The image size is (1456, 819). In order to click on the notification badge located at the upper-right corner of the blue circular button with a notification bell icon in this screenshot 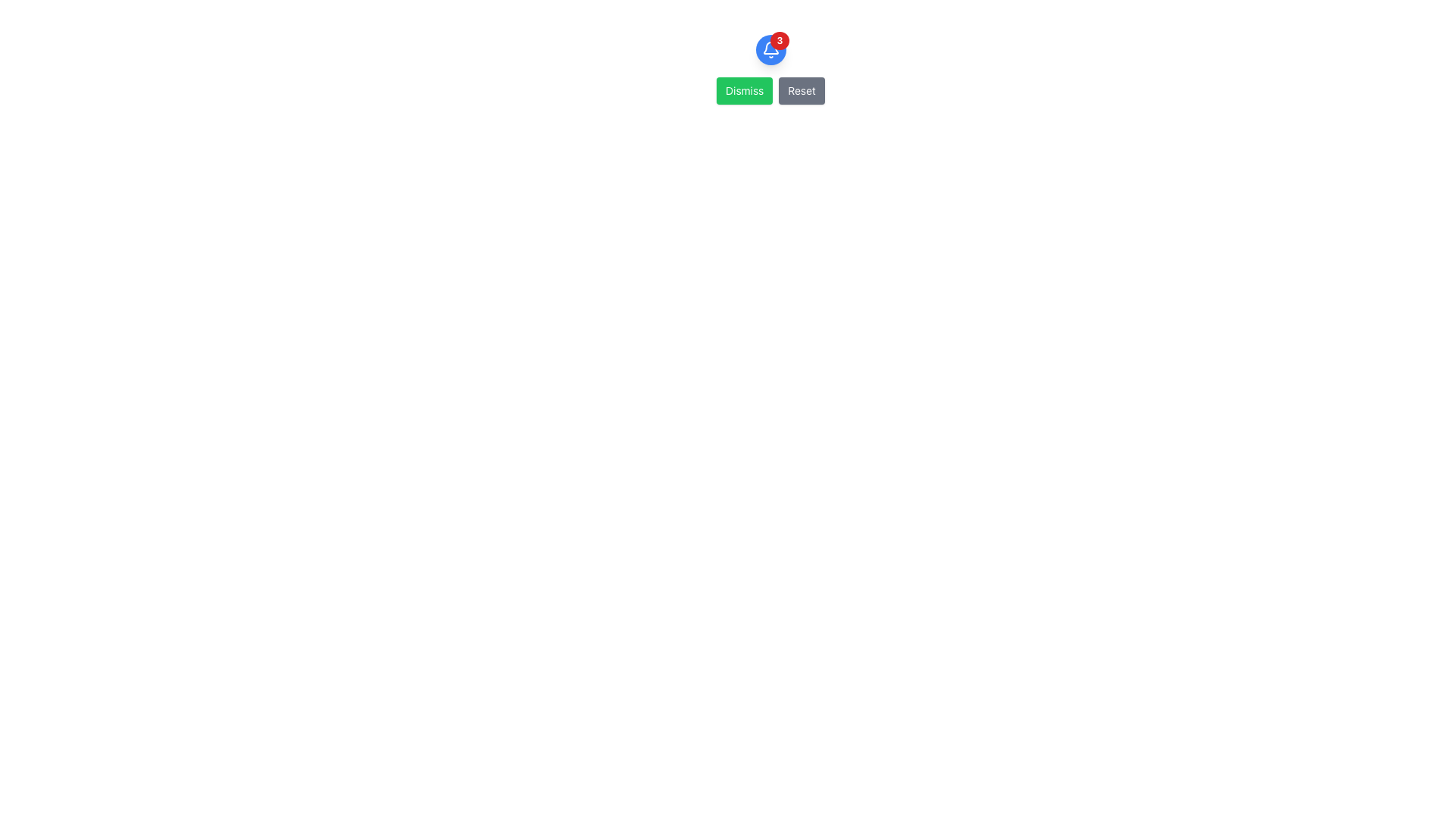, I will do `click(780, 40)`.